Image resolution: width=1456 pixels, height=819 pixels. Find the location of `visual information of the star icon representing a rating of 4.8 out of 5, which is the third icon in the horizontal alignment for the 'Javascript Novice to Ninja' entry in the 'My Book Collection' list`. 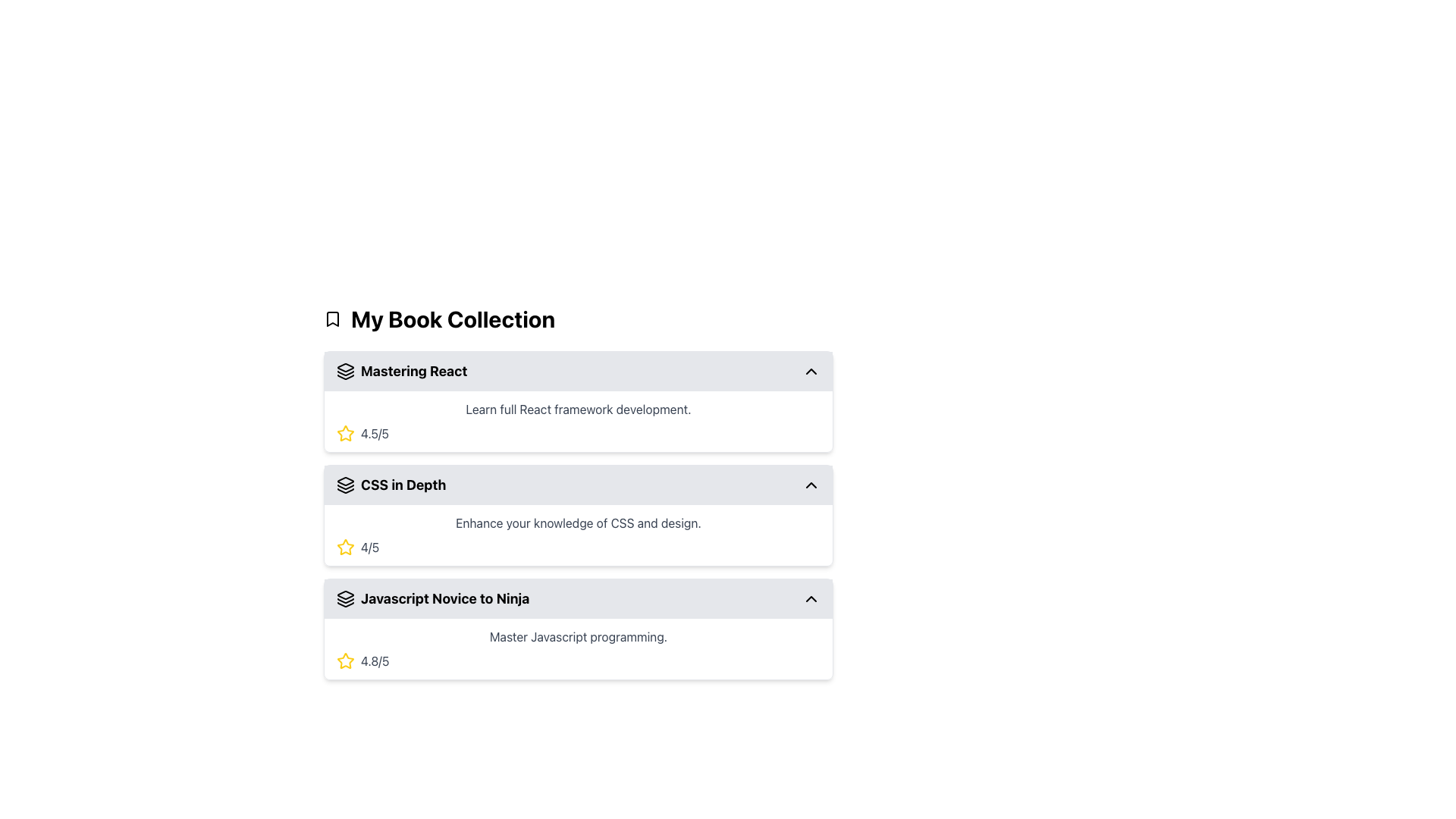

visual information of the star icon representing a rating of 4.8 out of 5, which is the third icon in the horizontal alignment for the 'Javascript Novice to Ninja' entry in the 'My Book Collection' list is located at coordinates (345, 660).